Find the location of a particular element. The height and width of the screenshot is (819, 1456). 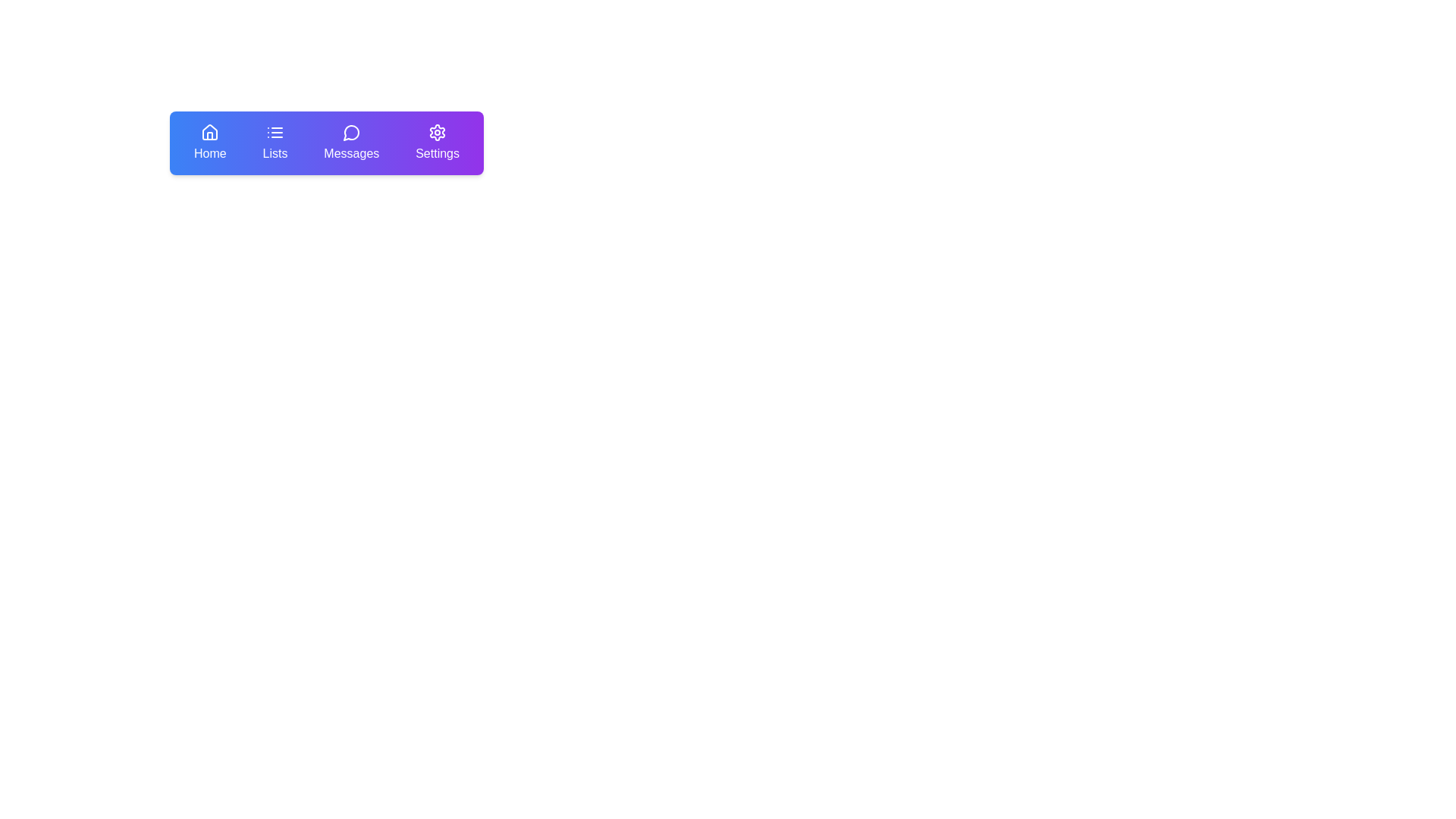

the 'Settings' text label located at the far-right of the navigation bar, which identifies the 'Settings' section is located at coordinates (437, 154).